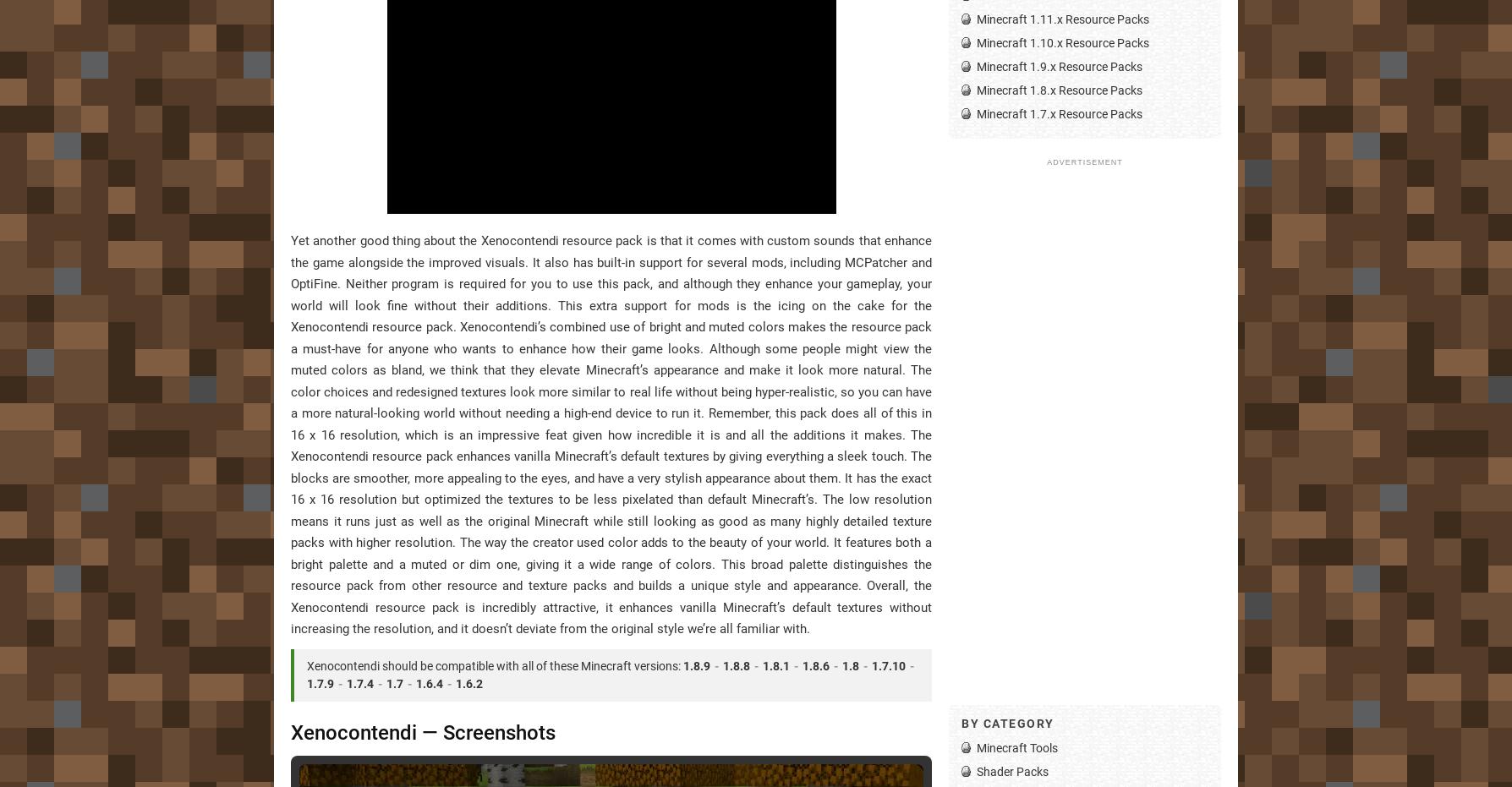 The image size is (1512, 787). Describe the element at coordinates (735, 664) in the screenshot. I see `'1.8.8'` at that location.